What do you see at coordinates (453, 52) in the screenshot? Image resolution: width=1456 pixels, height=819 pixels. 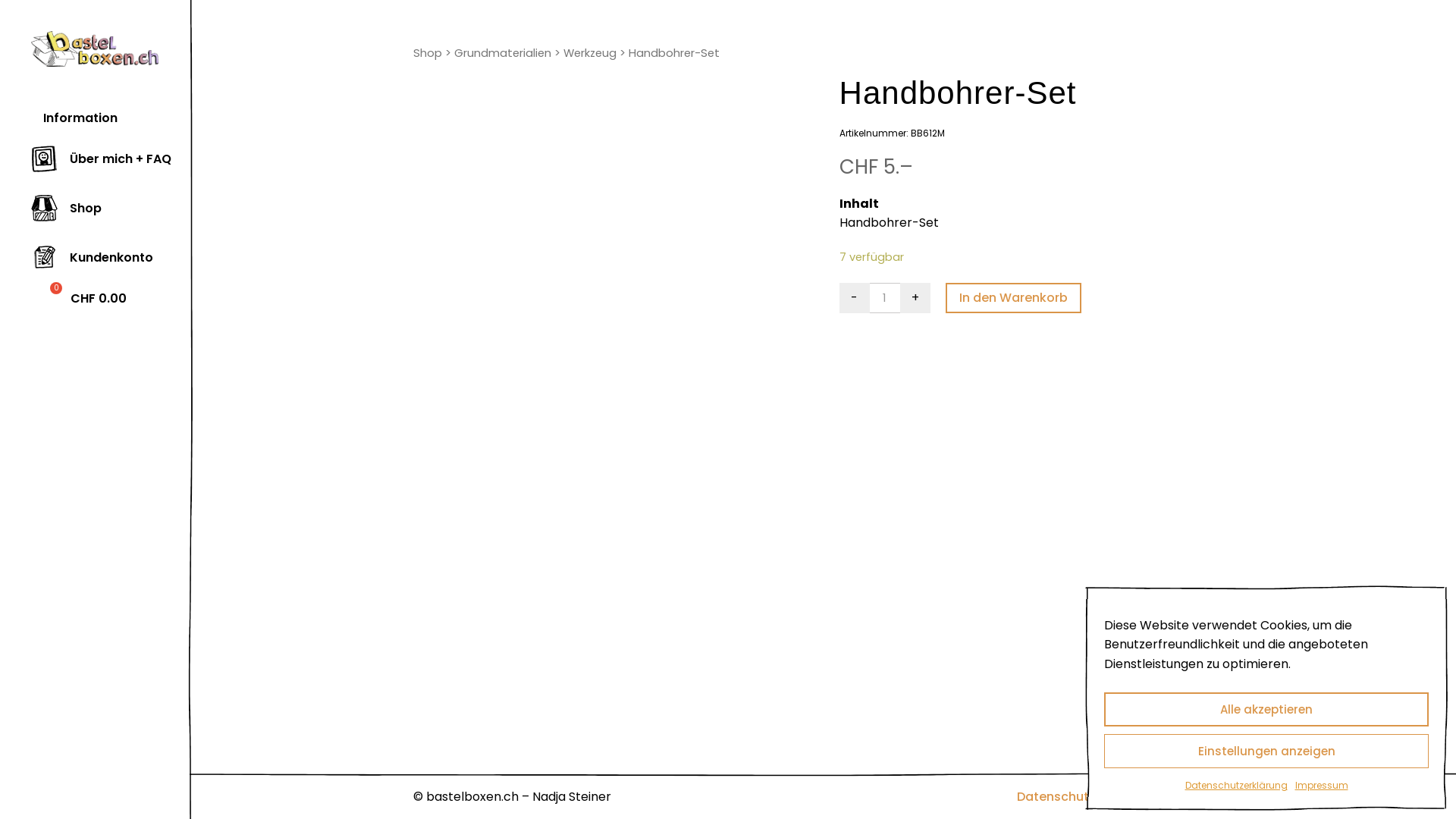 I see `'Grundmaterialien'` at bounding box center [453, 52].